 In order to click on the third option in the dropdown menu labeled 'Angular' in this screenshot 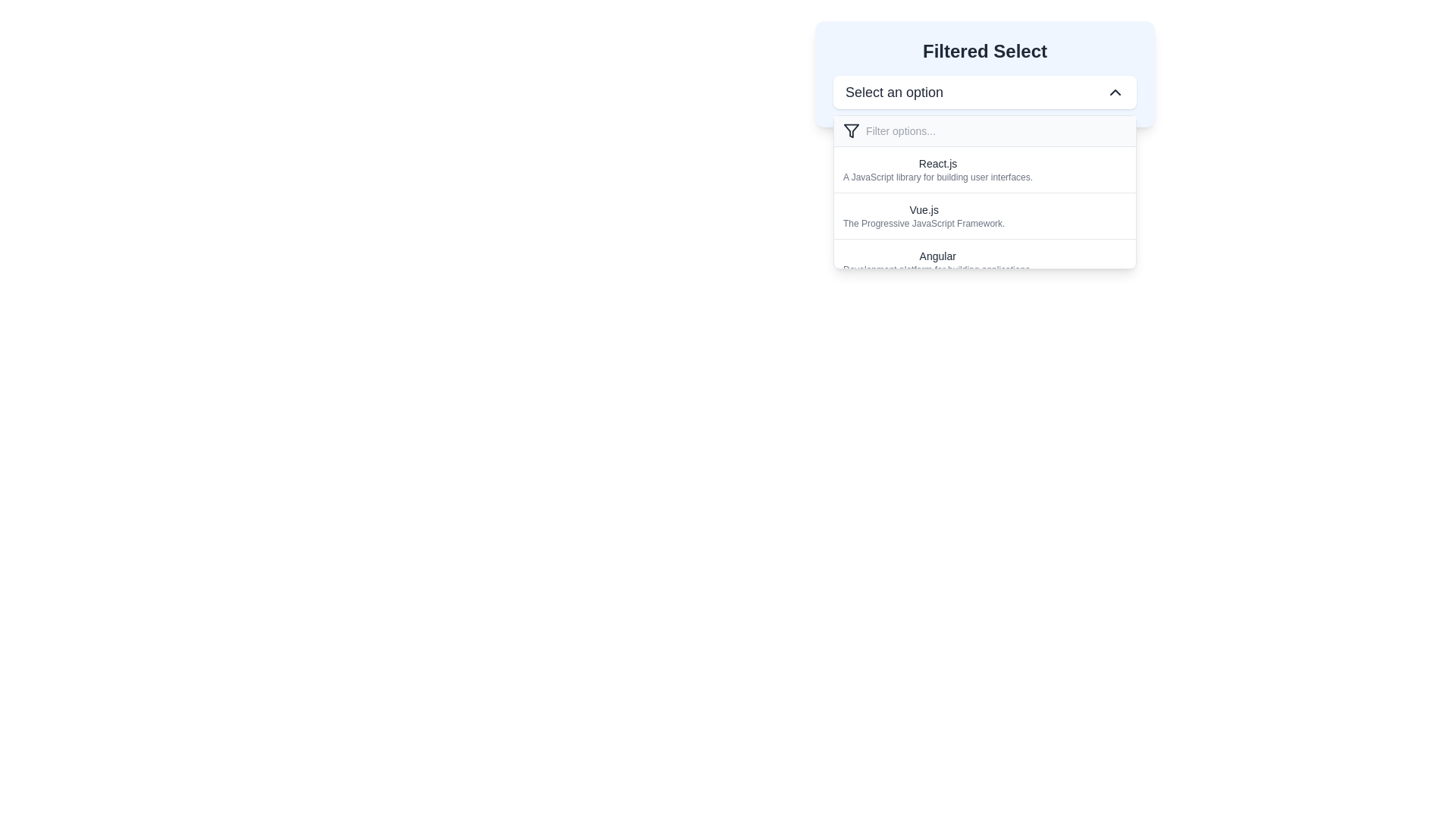, I will do `click(937, 262)`.